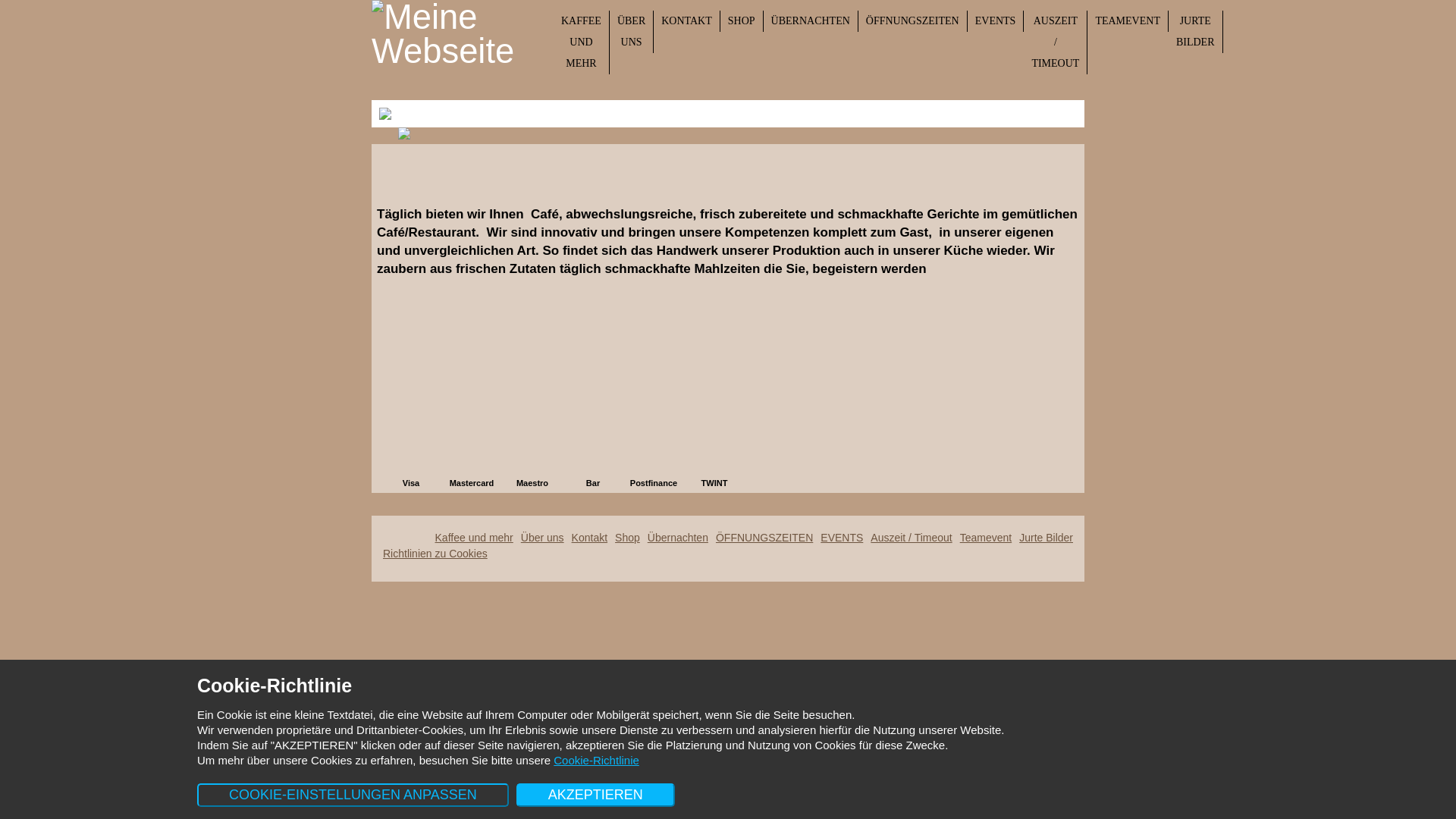 Image resolution: width=1456 pixels, height=819 pixels. Describe the element at coordinates (1195, 32) in the screenshot. I see `'JURTE BILDER'` at that location.